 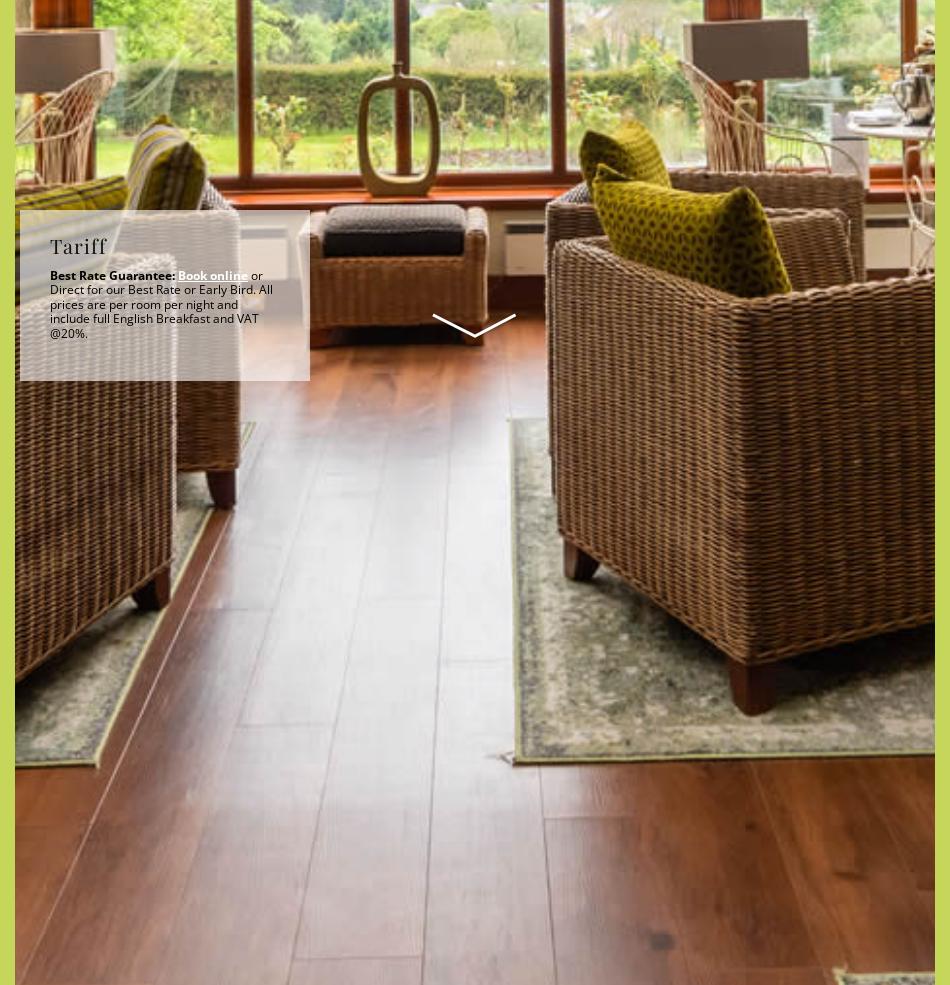 What do you see at coordinates (212, 677) in the screenshot?
I see `'Roman Road. Appleby-in-Westmorland, Cumbria, CA16 6JB'` at bounding box center [212, 677].